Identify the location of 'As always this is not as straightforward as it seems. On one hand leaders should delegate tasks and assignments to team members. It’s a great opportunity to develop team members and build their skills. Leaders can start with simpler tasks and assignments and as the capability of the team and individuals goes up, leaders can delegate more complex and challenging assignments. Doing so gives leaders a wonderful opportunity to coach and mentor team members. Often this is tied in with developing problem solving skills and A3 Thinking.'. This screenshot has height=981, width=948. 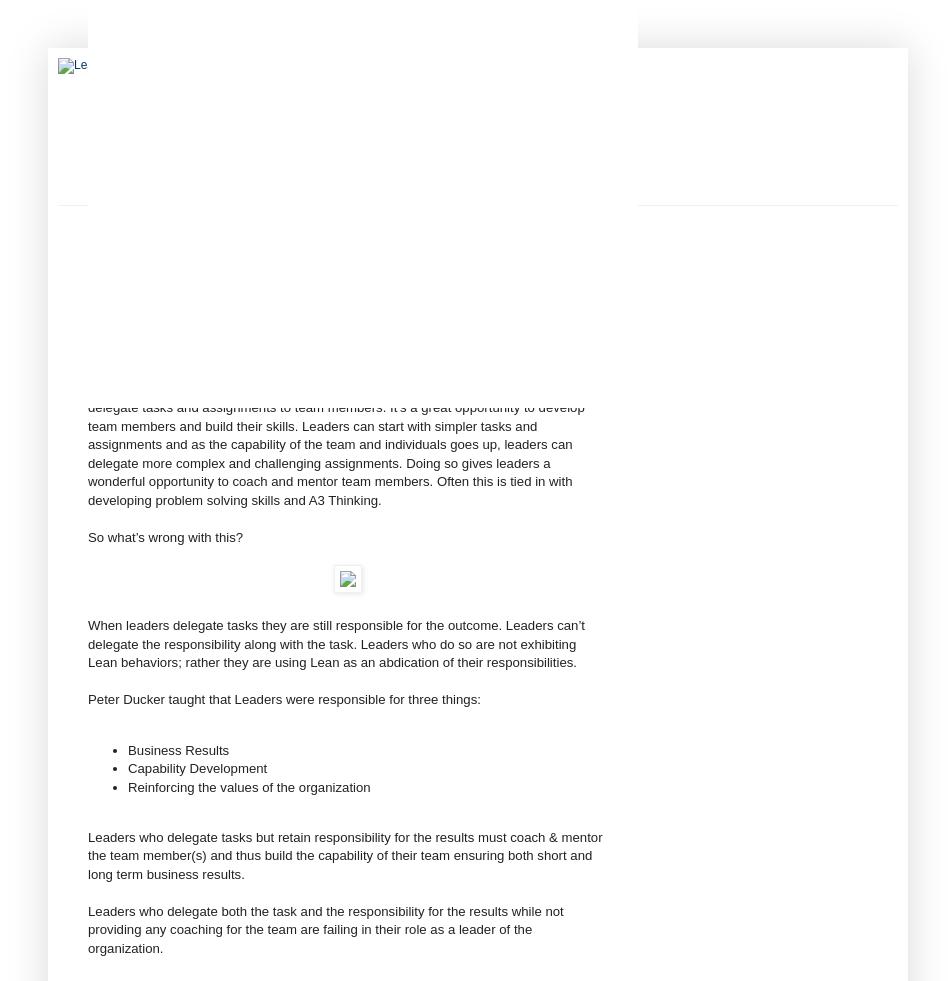
(335, 443).